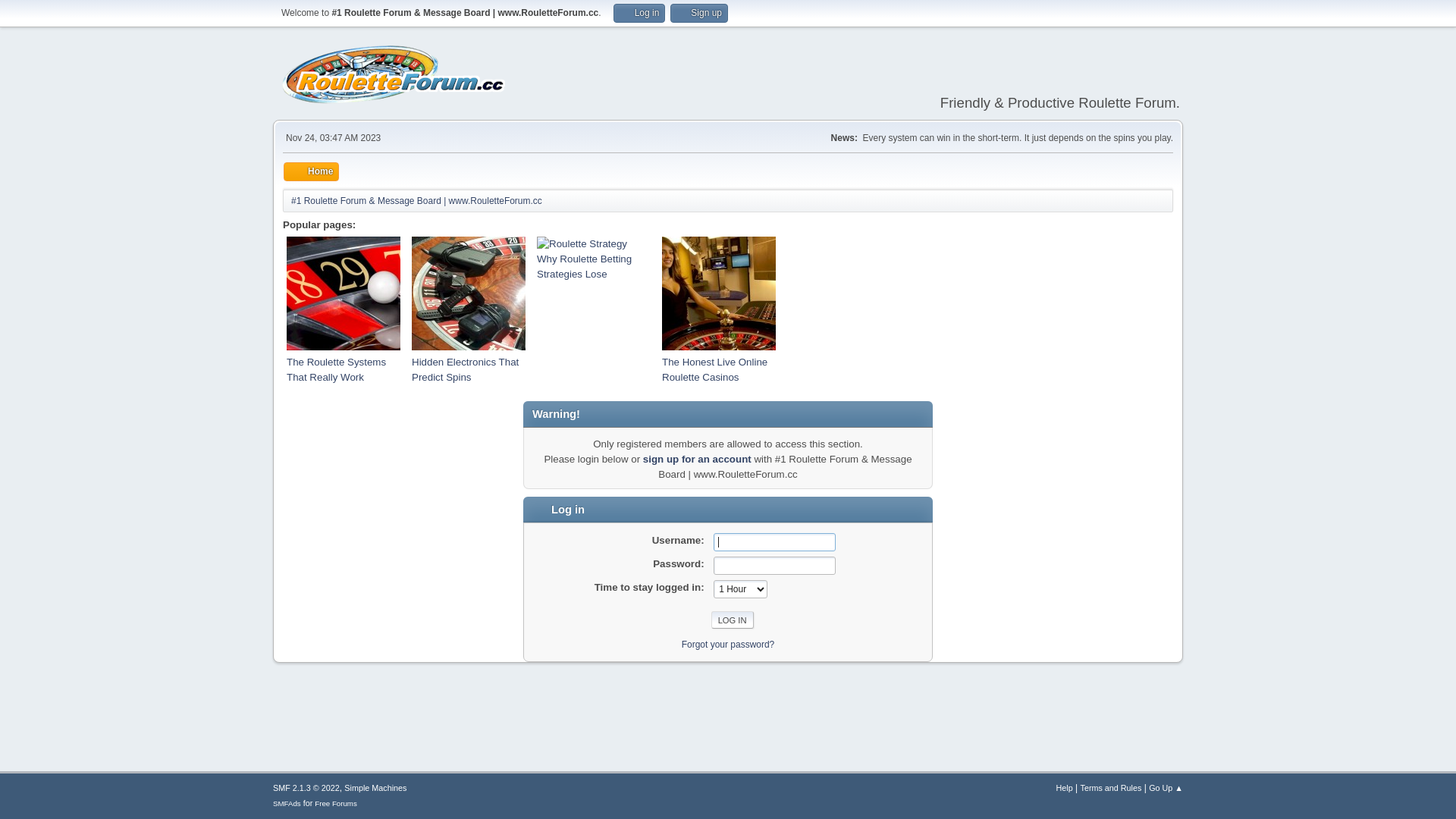  Describe the element at coordinates (287, 802) in the screenshot. I see `'SMFAds'` at that location.